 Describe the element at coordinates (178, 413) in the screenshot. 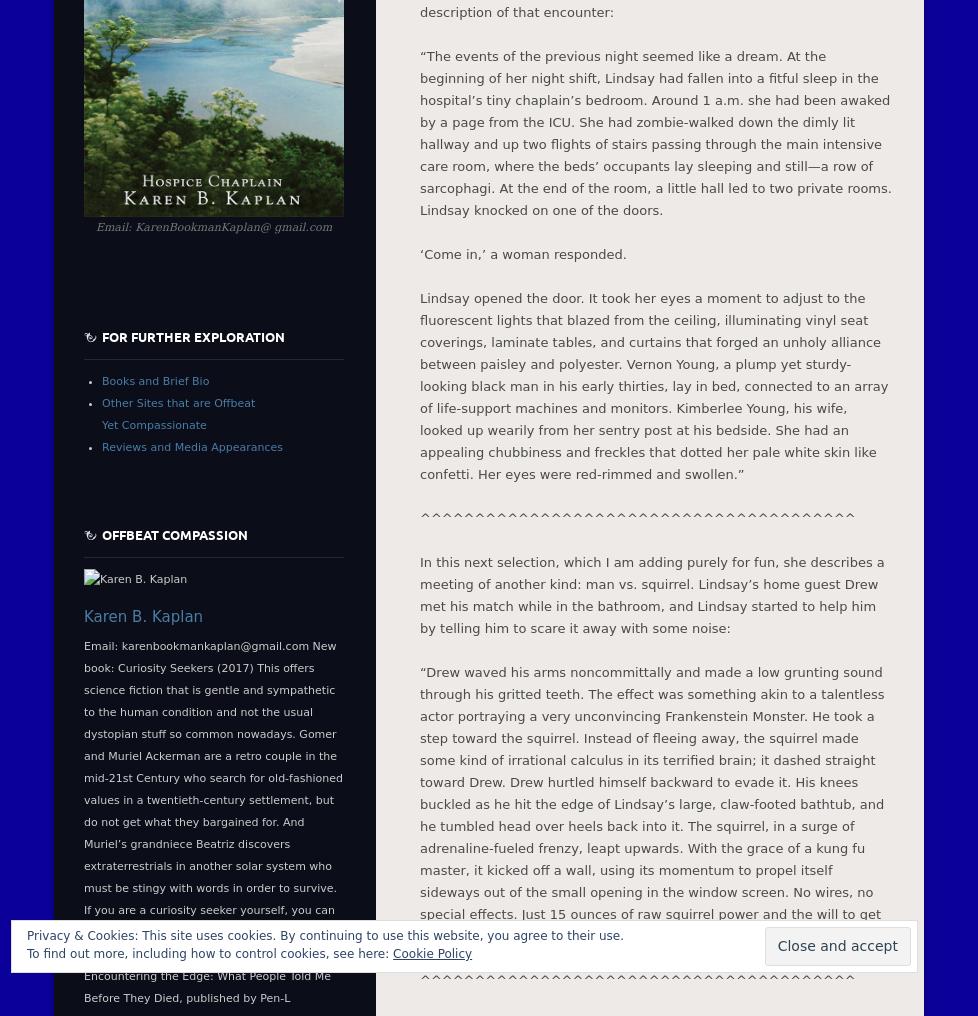

I see `'Other Sites that are Offbeat Yet Compassionate'` at that location.